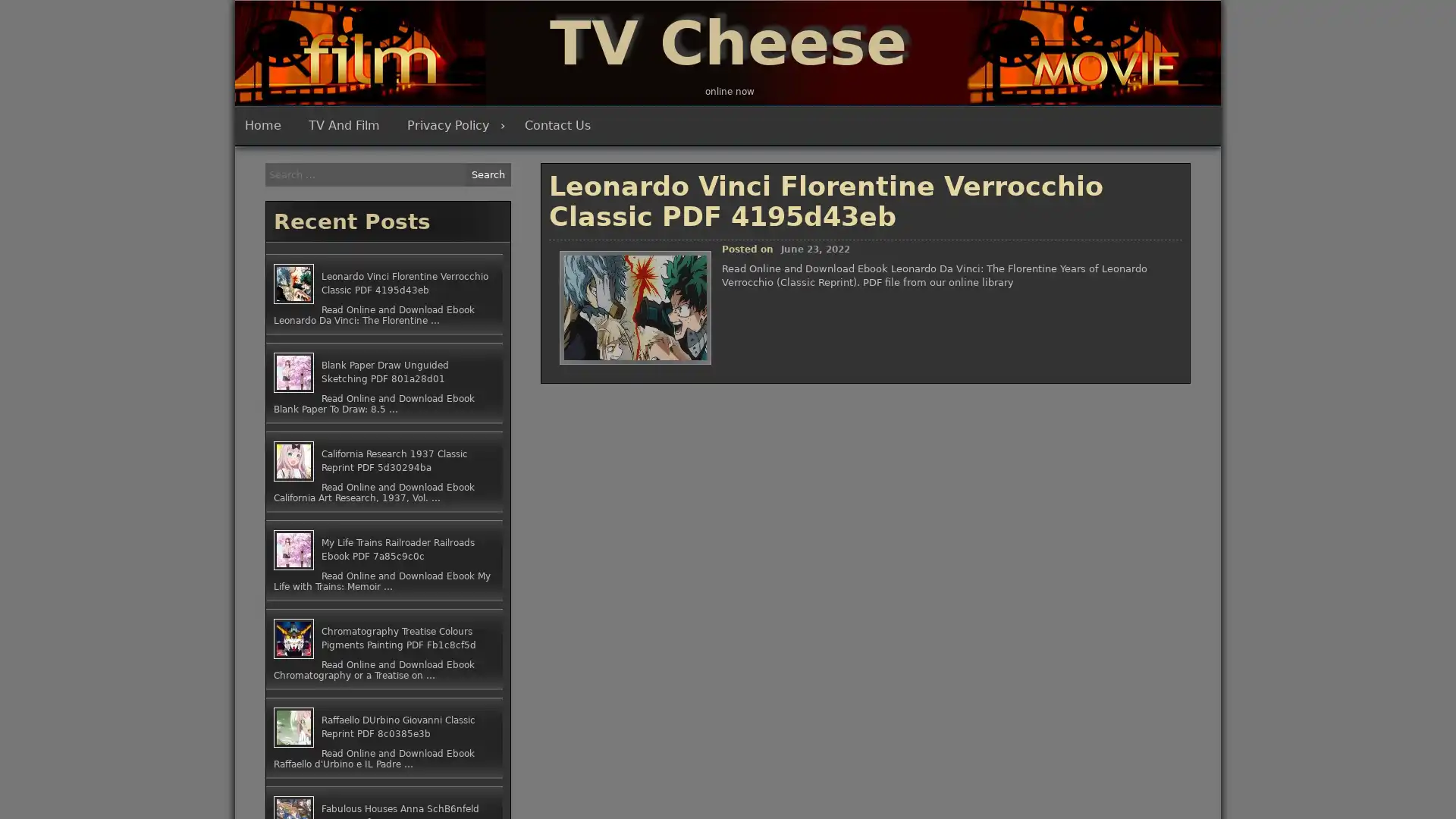 This screenshot has height=819, width=1456. What do you see at coordinates (488, 174) in the screenshot?
I see `Search` at bounding box center [488, 174].